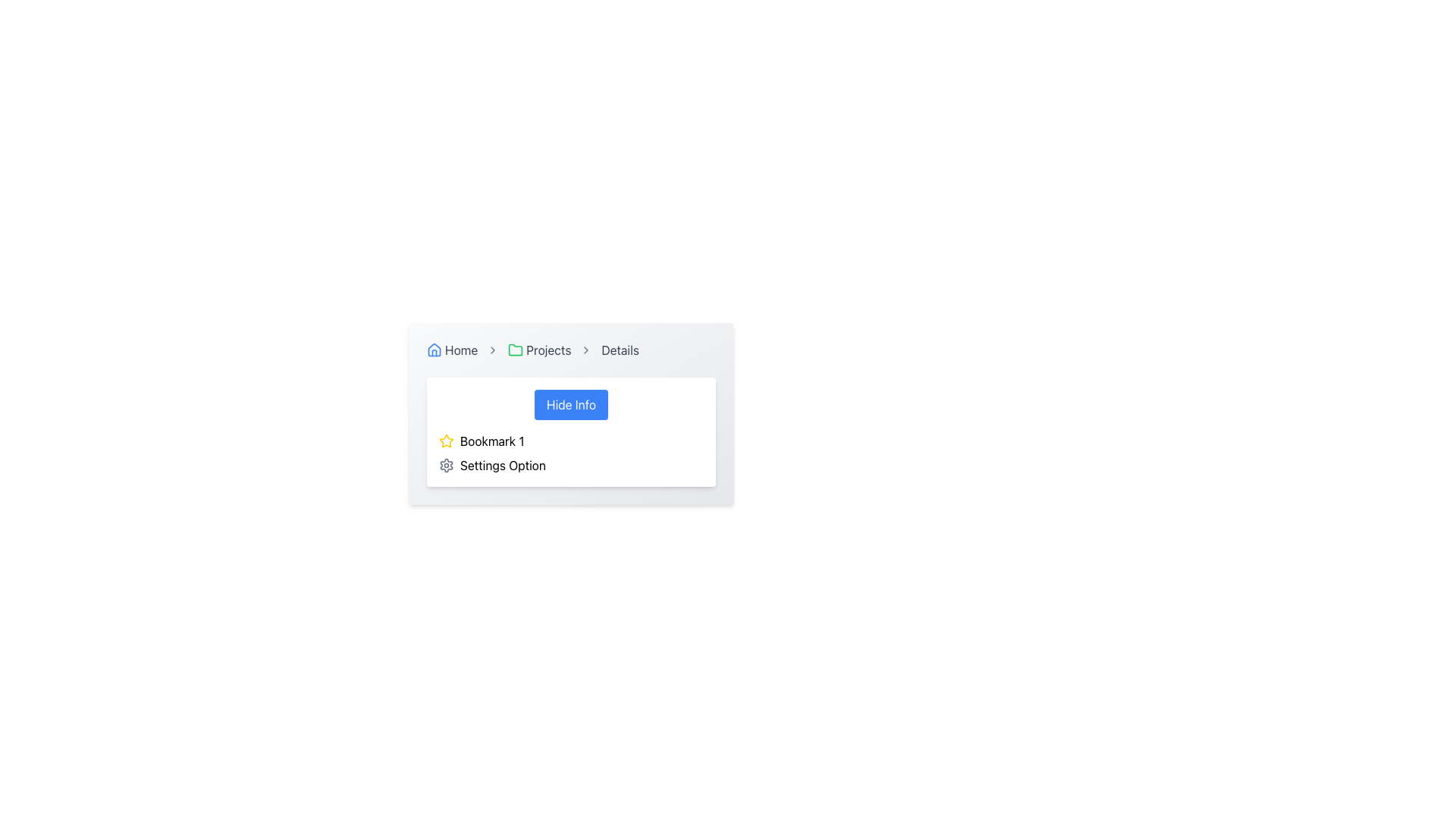 This screenshot has height=819, width=1456. What do you see at coordinates (570, 403) in the screenshot?
I see `the rectangular button labeled 'Hide Info.' with a blue background and white text` at bounding box center [570, 403].